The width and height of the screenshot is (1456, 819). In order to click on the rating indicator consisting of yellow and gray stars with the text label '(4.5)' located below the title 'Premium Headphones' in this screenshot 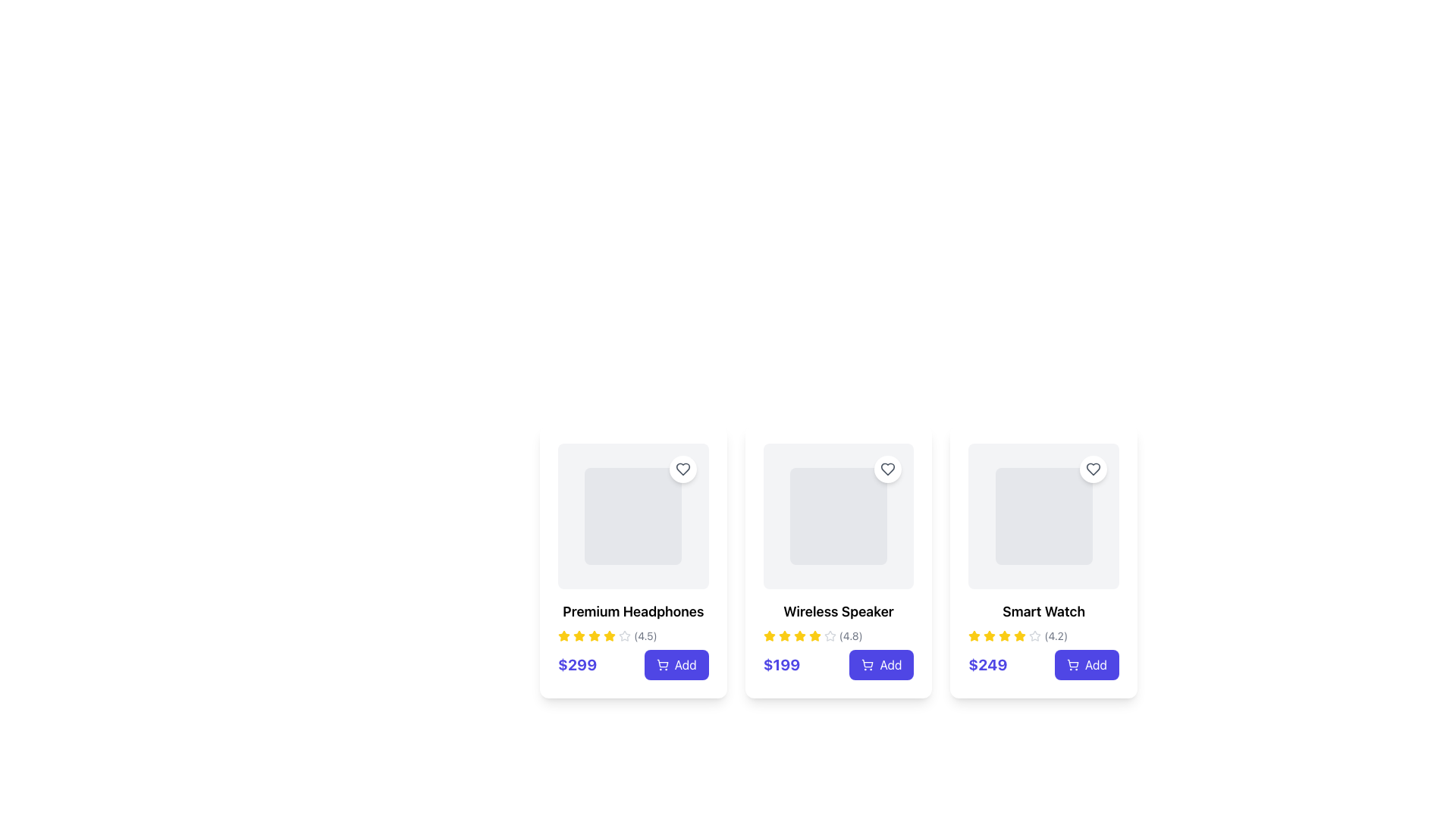, I will do `click(633, 636)`.